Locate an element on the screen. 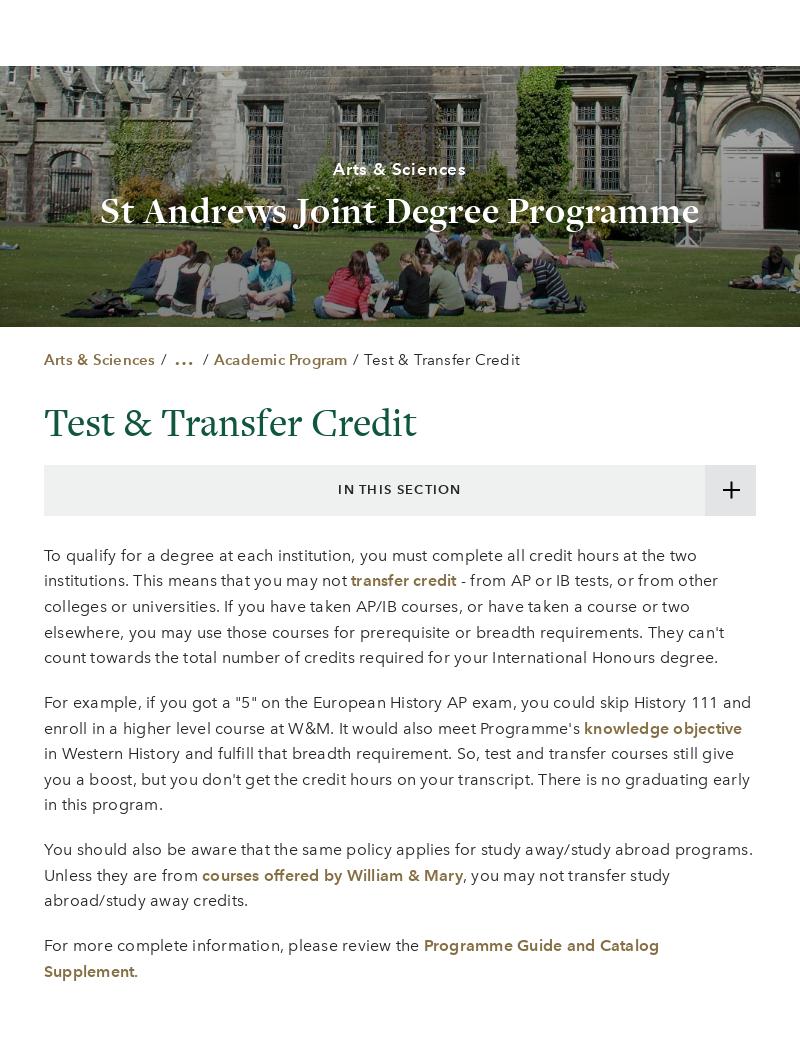 The width and height of the screenshot is (800, 1040). 'Follow W&M on Social Media:' is located at coordinates (398, 584).